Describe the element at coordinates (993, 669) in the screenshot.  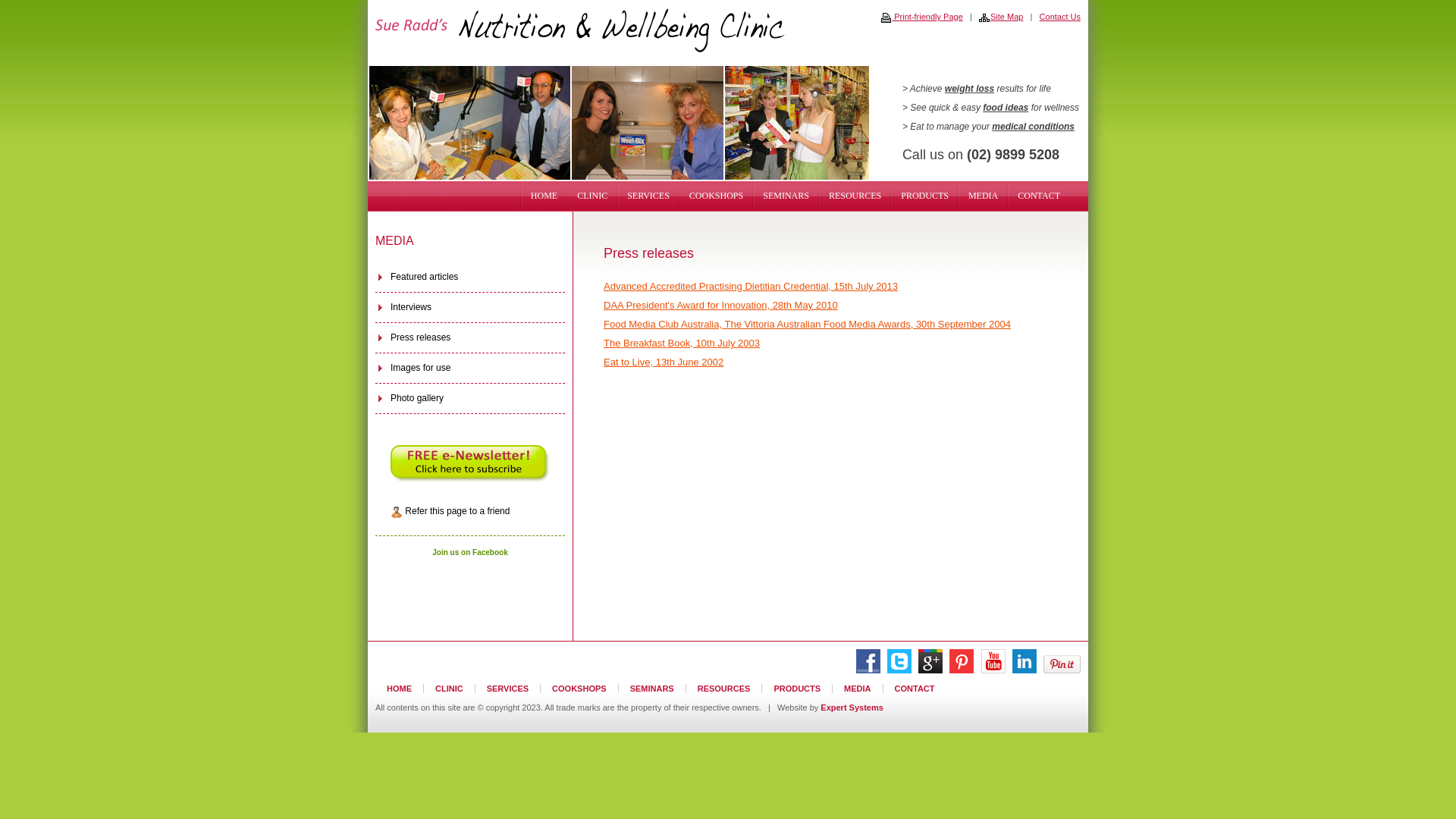
I see `'Visit our Youtube channel'` at that location.